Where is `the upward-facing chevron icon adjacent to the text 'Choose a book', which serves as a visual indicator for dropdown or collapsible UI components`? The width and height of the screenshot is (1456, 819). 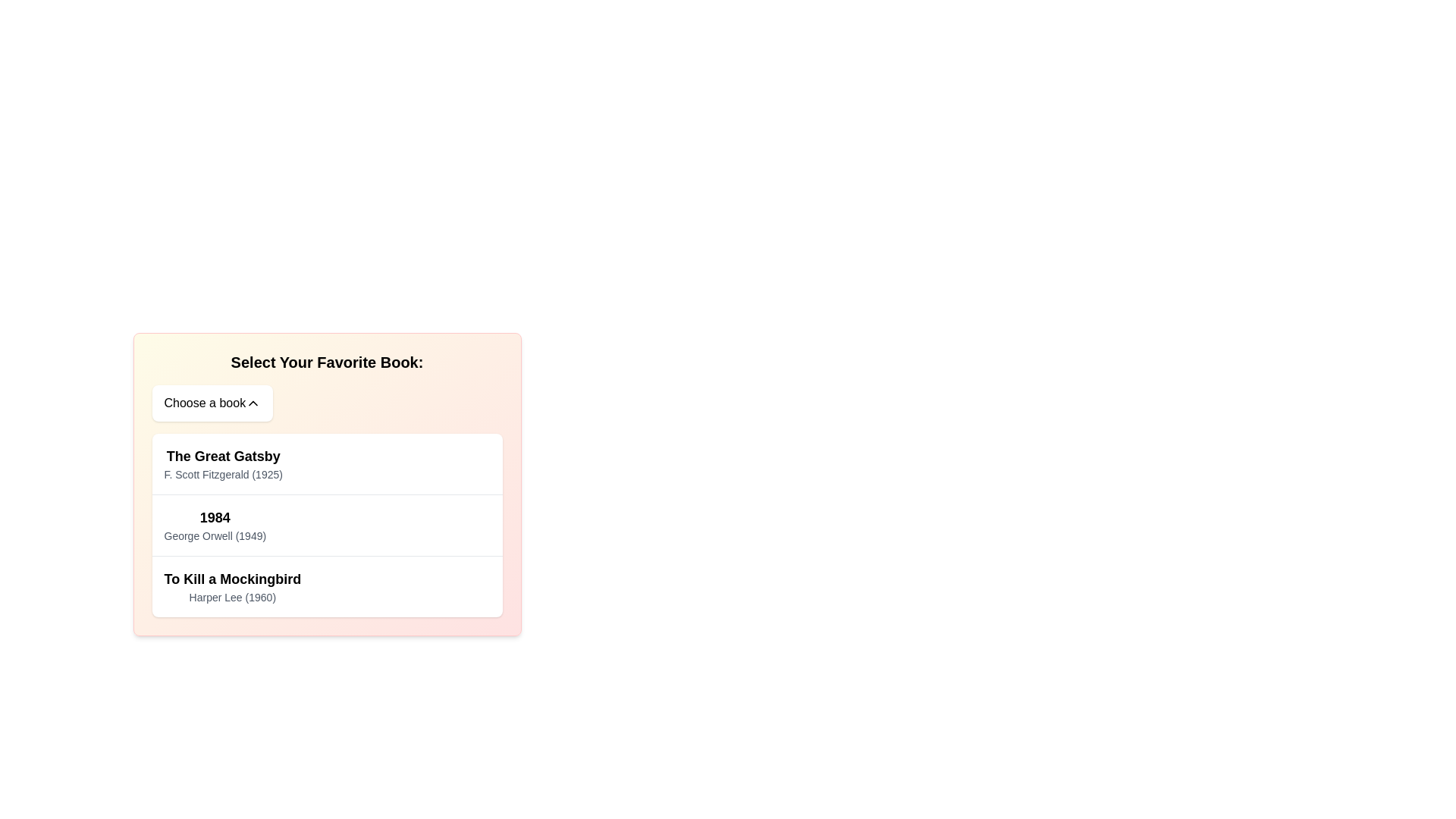
the upward-facing chevron icon adjacent to the text 'Choose a book', which serves as a visual indicator for dropdown or collapsible UI components is located at coordinates (253, 403).